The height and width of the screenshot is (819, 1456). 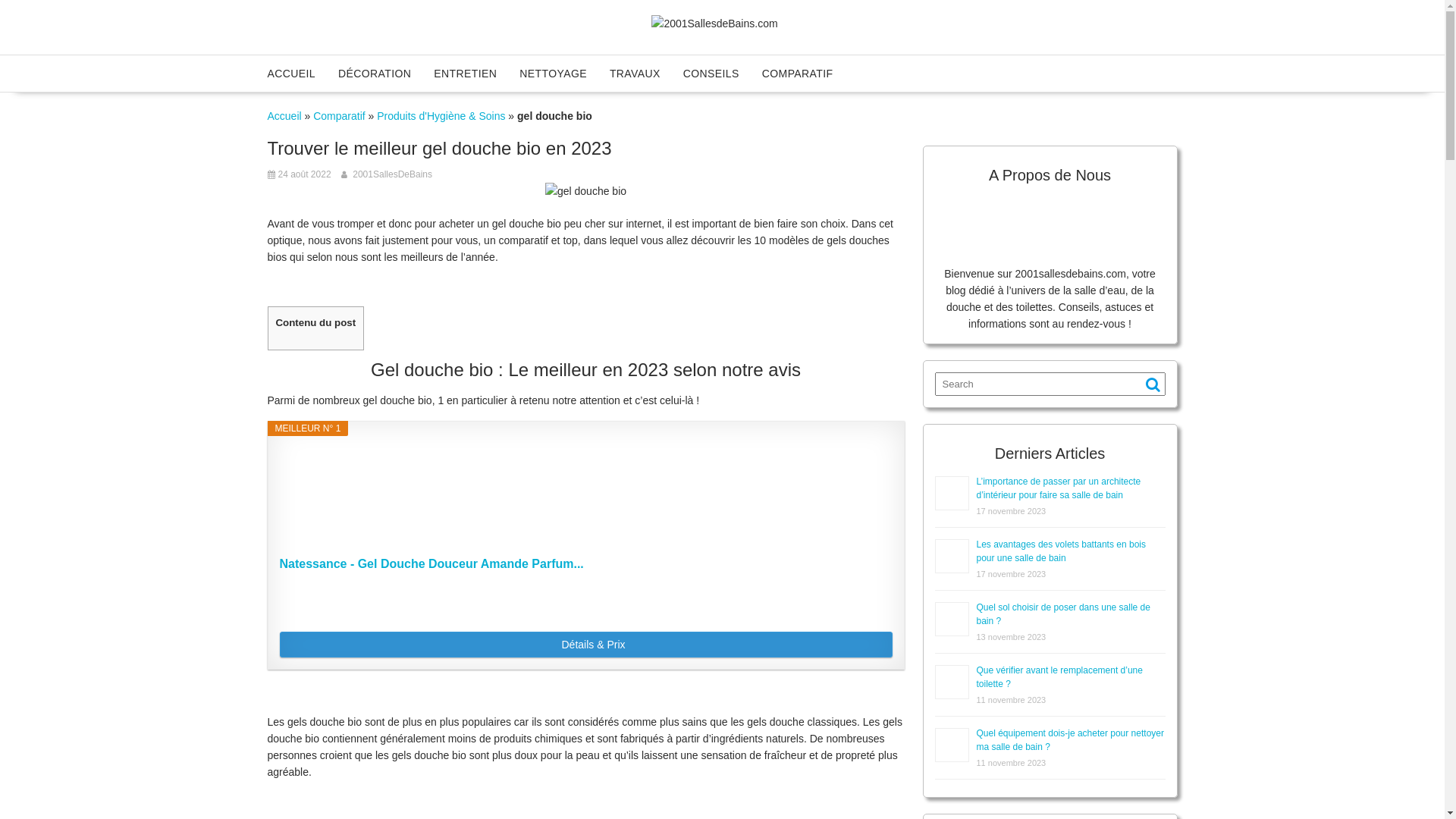 What do you see at coordinates (552, 73) in the screenshot?
I see `'NETTOYAGE'` at bounding box center [552, 73].